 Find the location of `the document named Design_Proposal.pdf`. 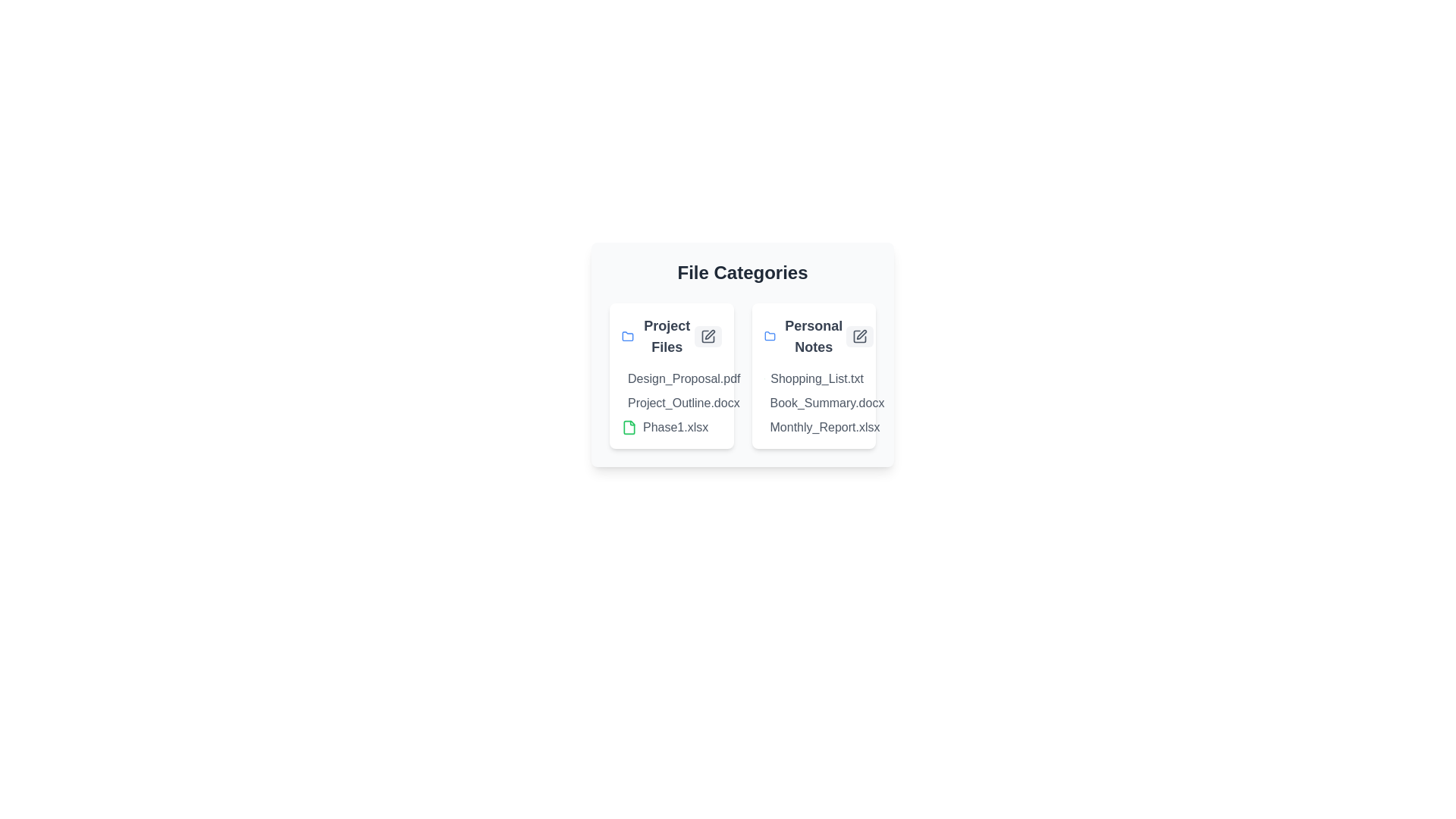

the document named Design_Proposal.pdf is located at coordinates (644, 378).